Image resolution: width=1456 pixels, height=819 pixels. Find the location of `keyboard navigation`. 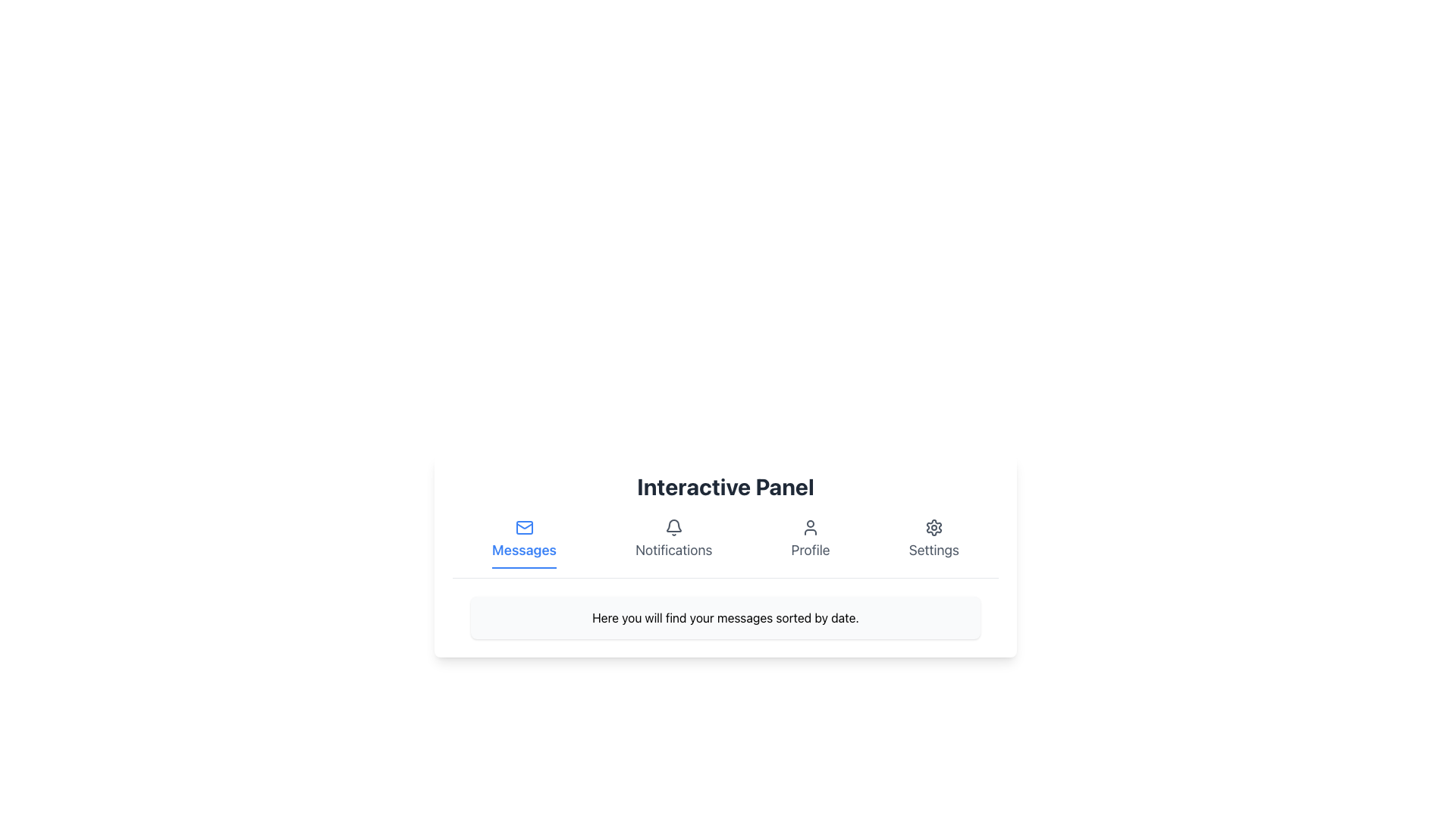

keyboard navigation is located at coordinates (673, 525).